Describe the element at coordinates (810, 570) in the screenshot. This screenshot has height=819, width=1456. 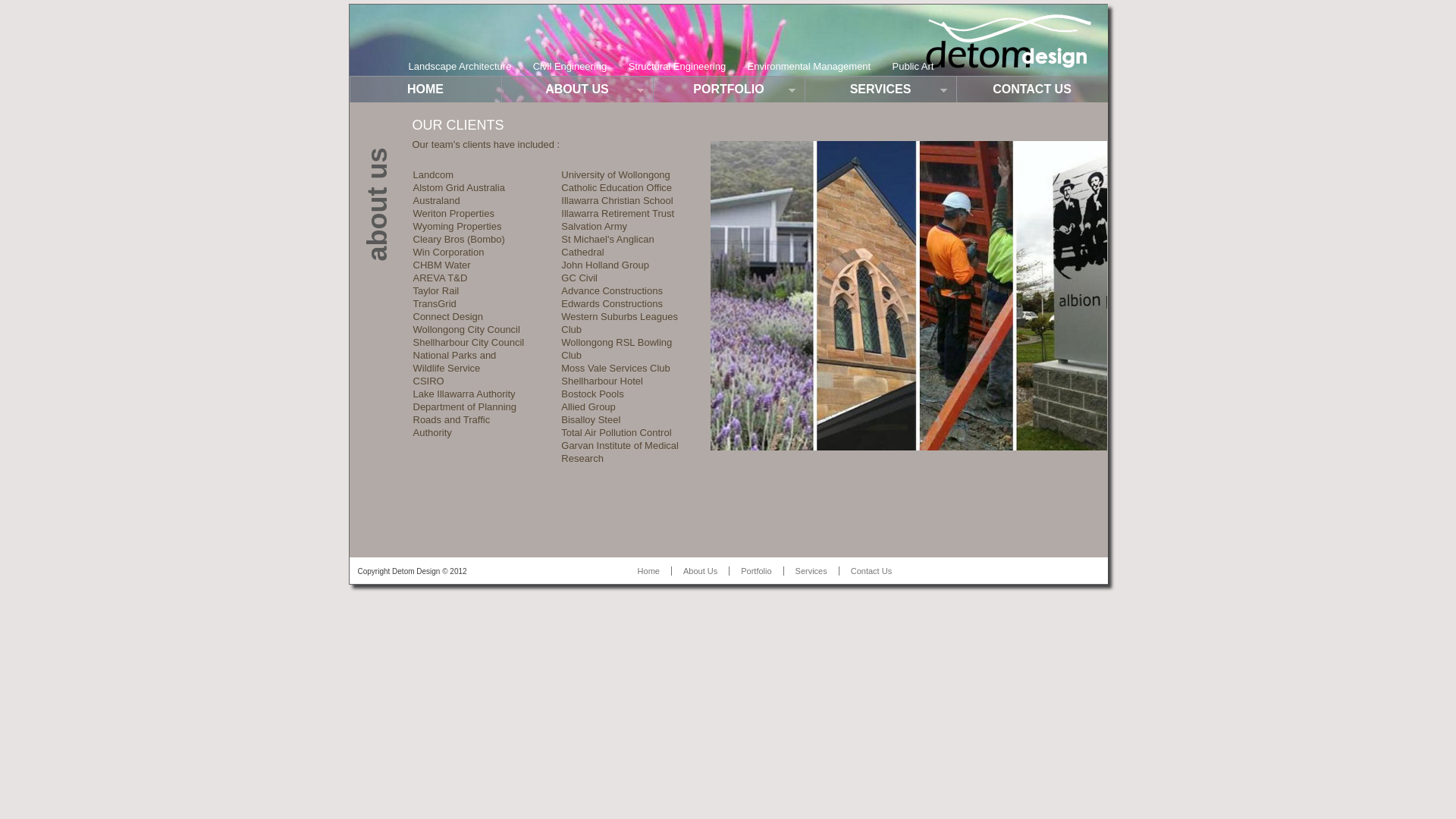
I see `'Services'` at that location.